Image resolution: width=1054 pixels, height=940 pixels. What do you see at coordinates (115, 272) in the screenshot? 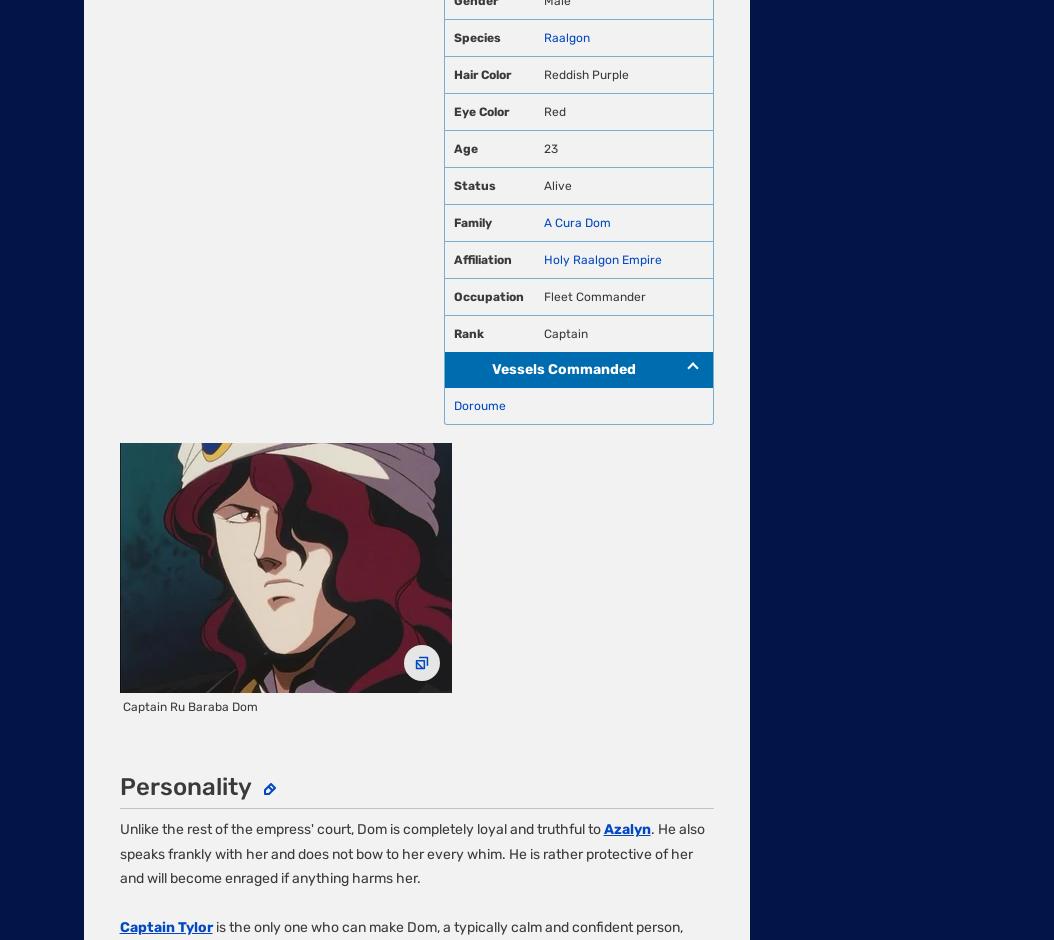
I see `'Overview'` at bounding box center [115, 272].